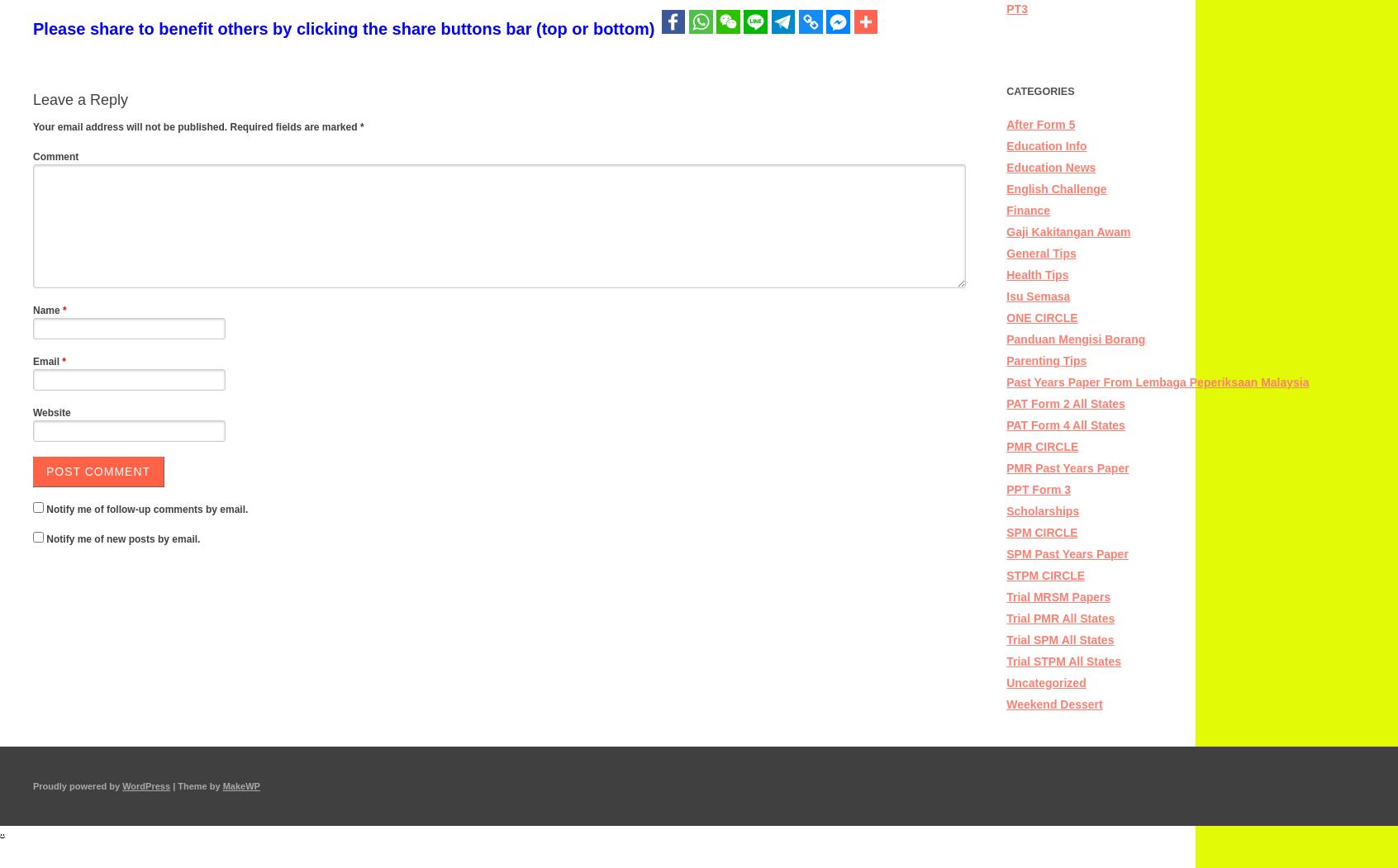  Describe the element at coordinates (1037, 274) in the screenshot. I see `'Health Tips'` at that location.